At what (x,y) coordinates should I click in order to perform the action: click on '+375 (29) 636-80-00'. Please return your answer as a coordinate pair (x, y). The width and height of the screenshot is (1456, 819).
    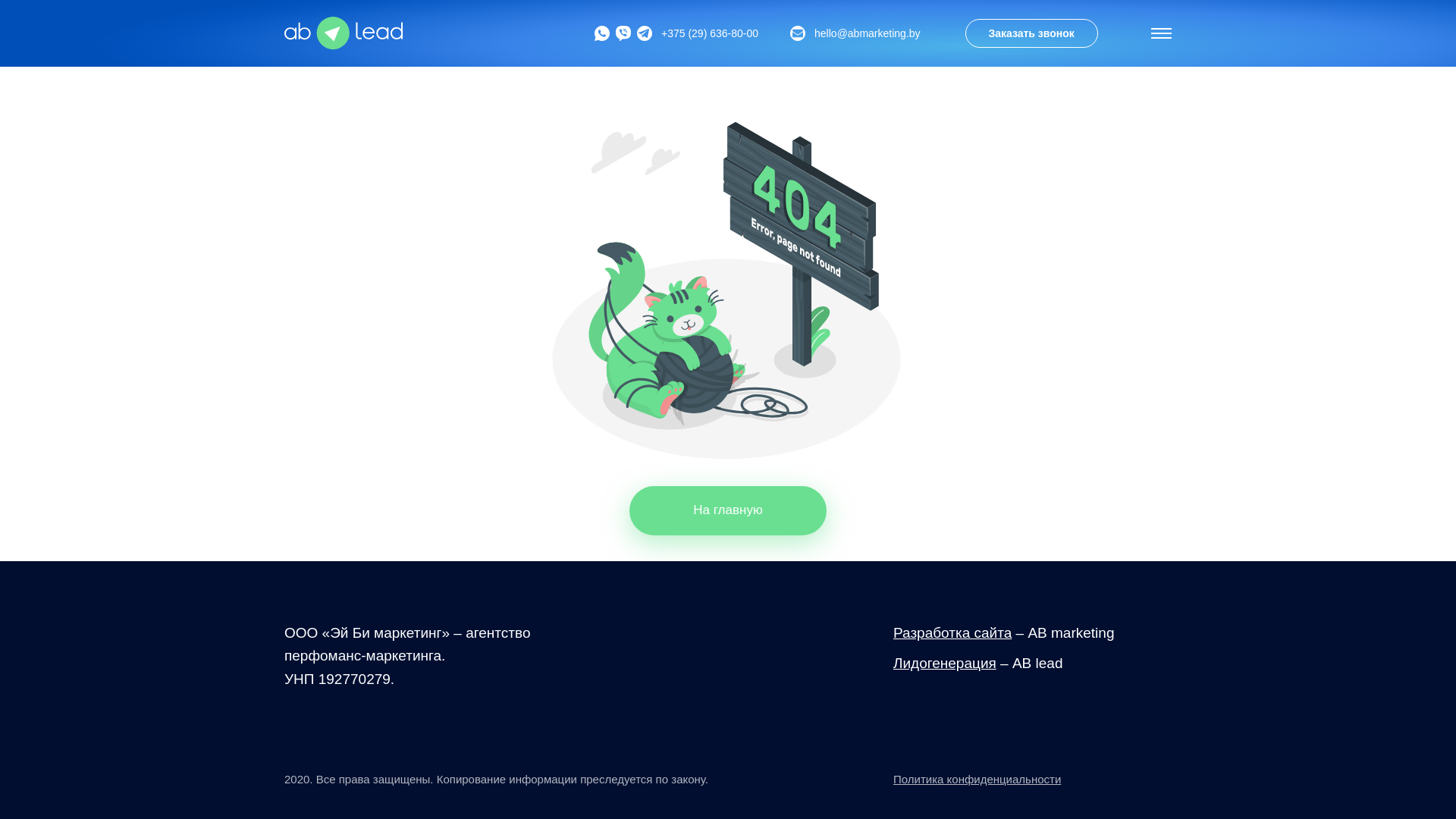
    Looking at the image, I should click on (661, 33).